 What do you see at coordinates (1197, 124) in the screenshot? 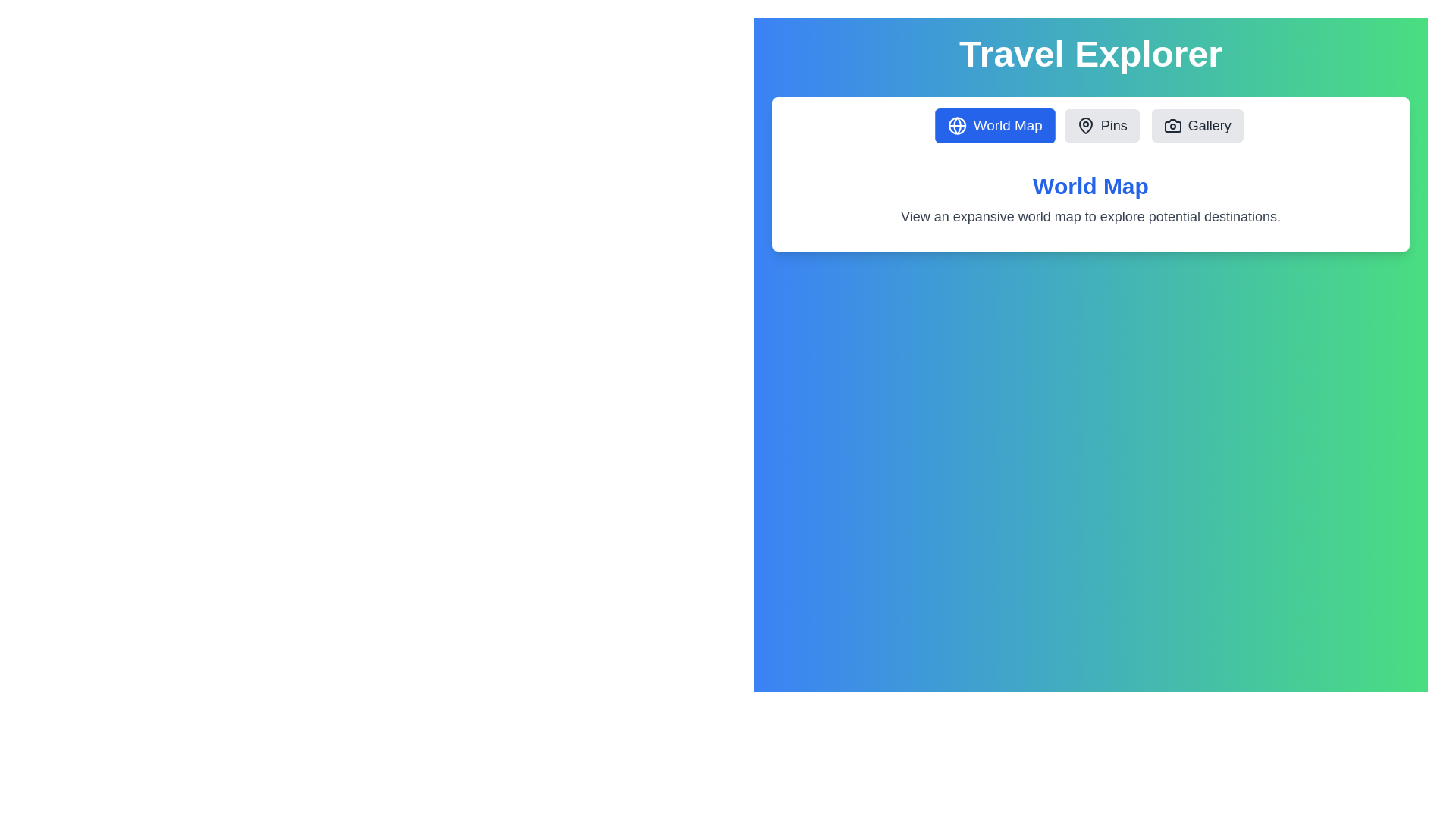
I see `the tab button labeled Gallery to switch to the corresponding tab` at bounding box center [1197, 124].